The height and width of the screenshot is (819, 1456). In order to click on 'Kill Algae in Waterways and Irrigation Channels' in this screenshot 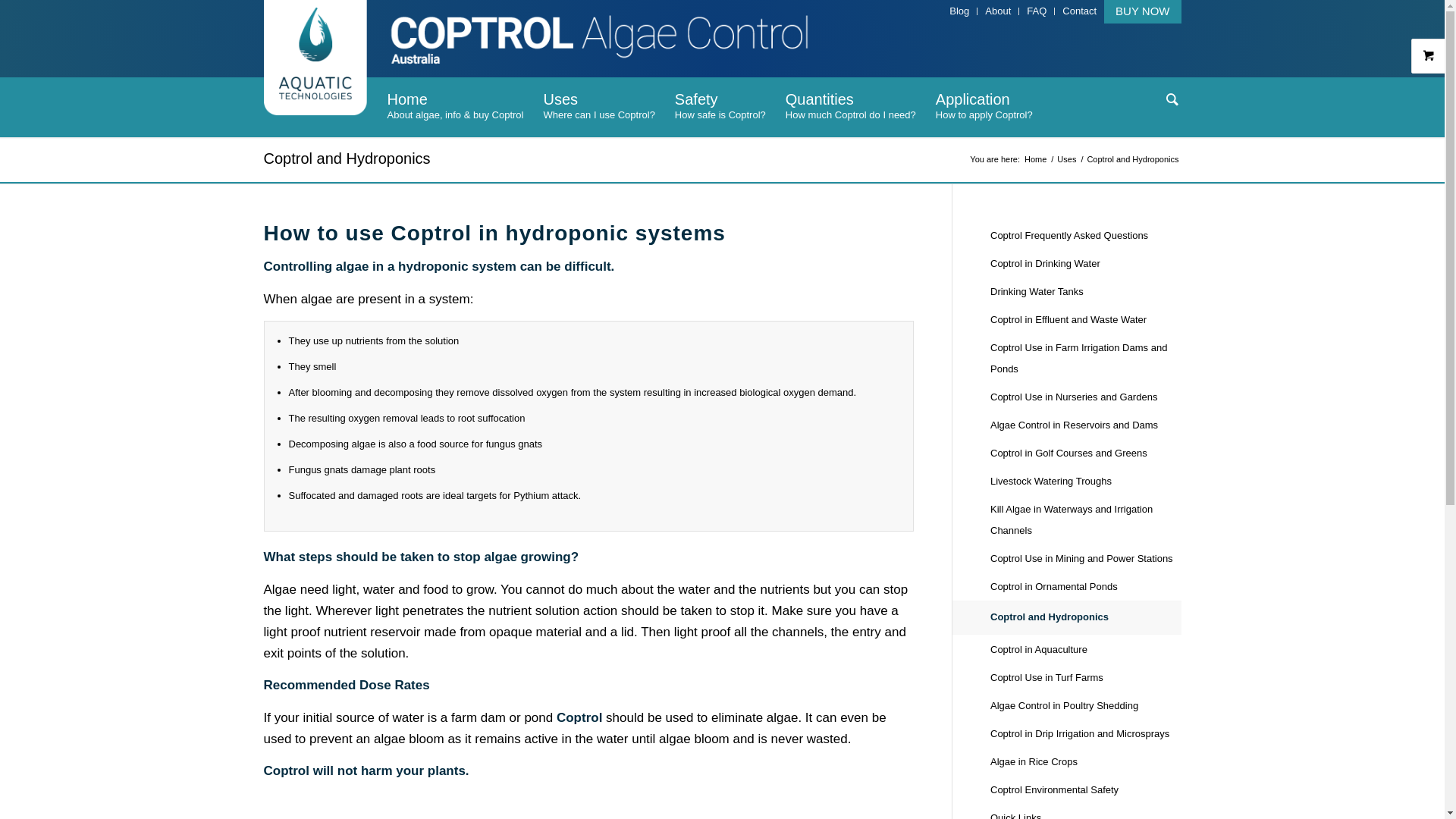, I will do `click(1084, 519)`.